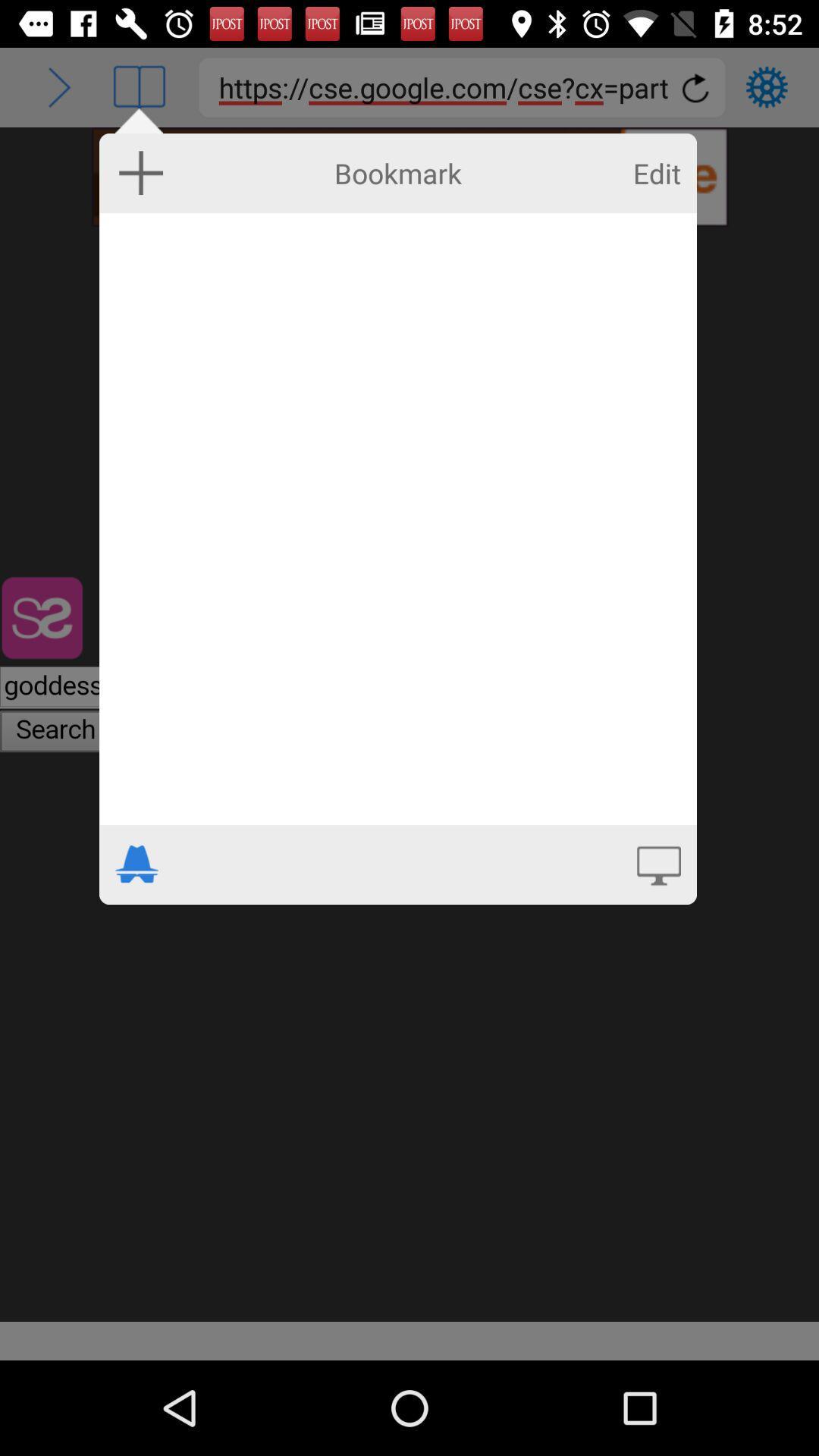 This screenshot has width=819, height=1456. I want to click on the edit icon, so click(656, 173).